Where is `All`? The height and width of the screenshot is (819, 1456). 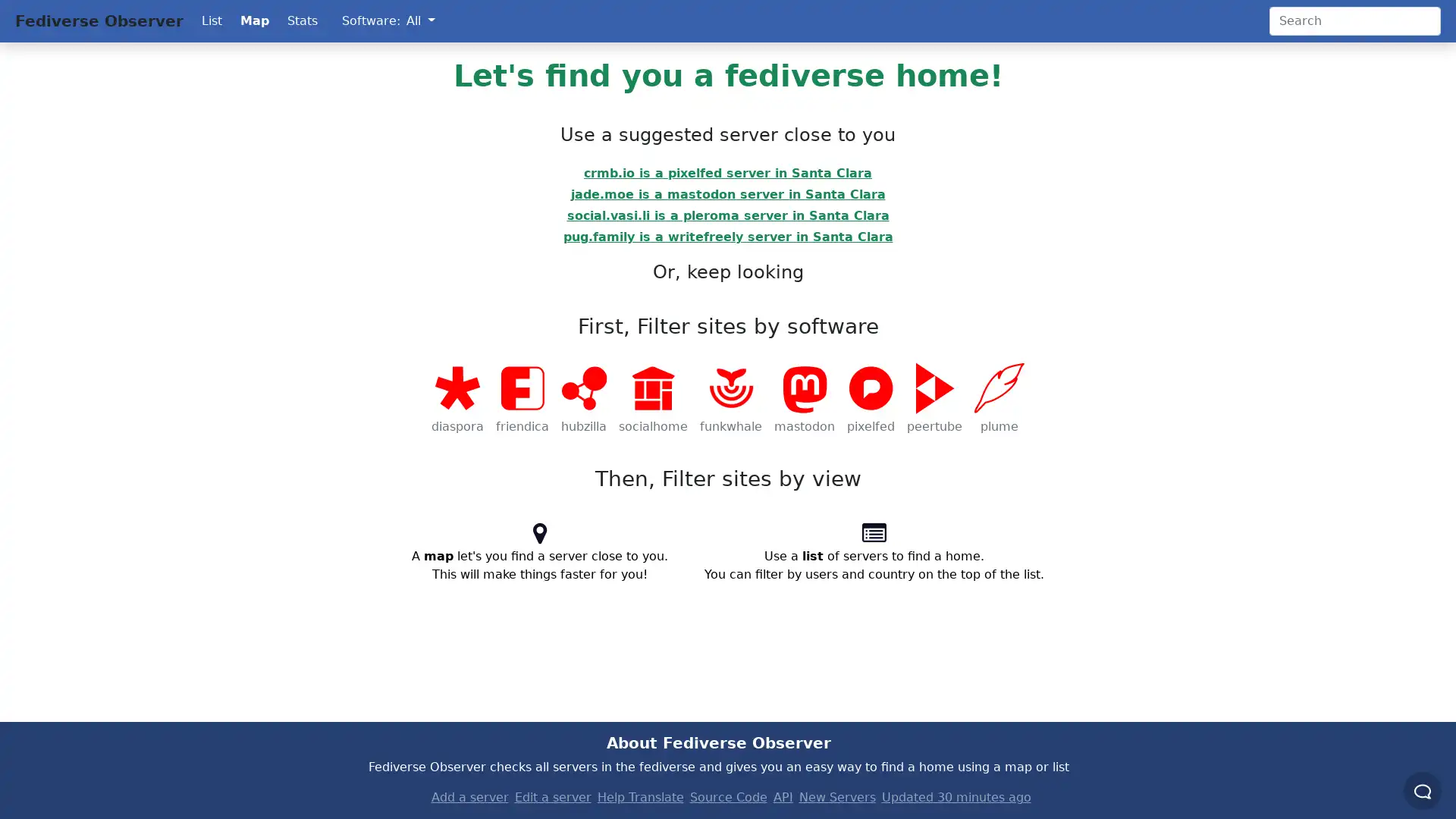
All is located at coordinates (420, 20).